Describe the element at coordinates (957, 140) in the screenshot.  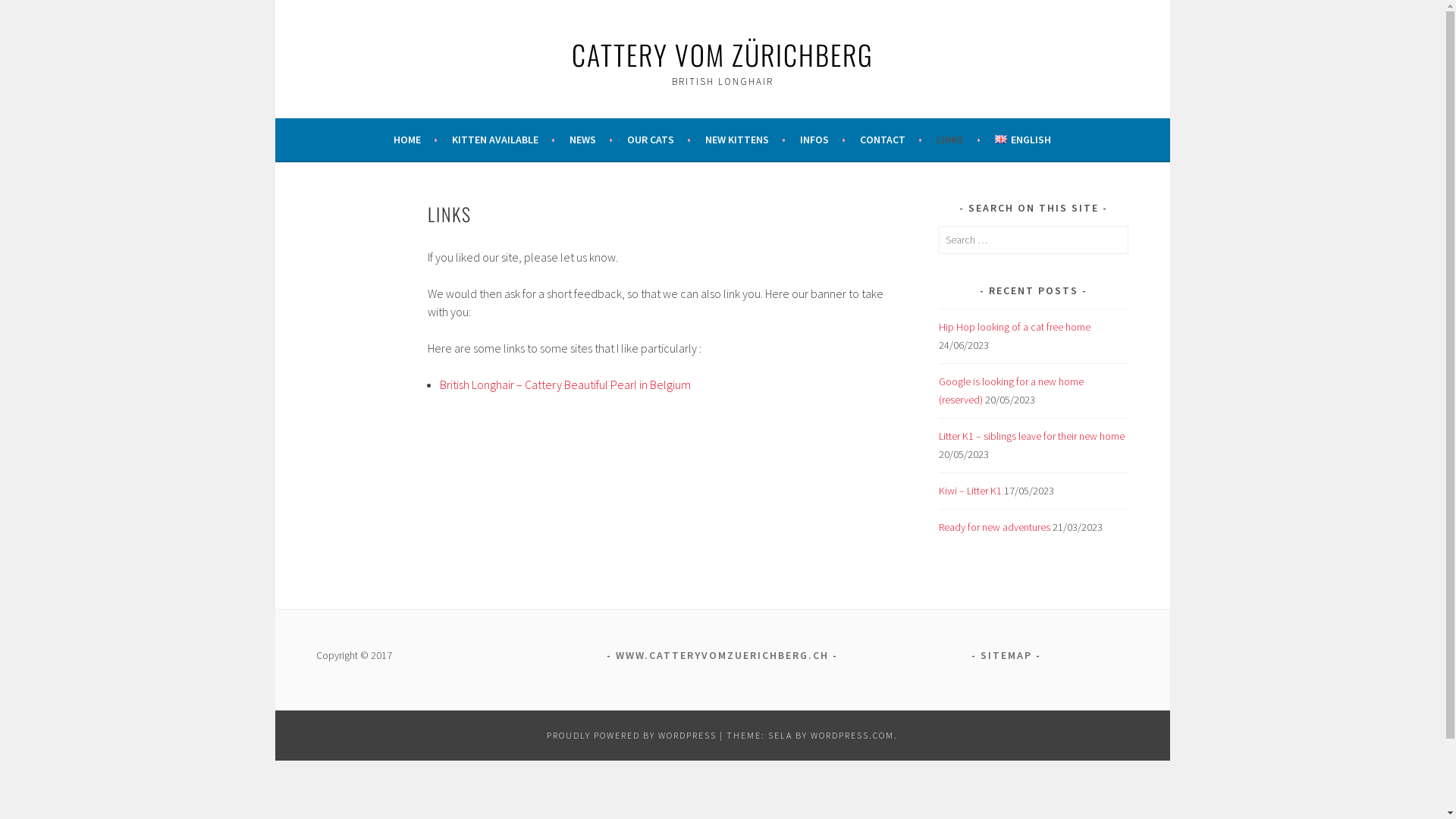
I see `'LINKS'` at that location.